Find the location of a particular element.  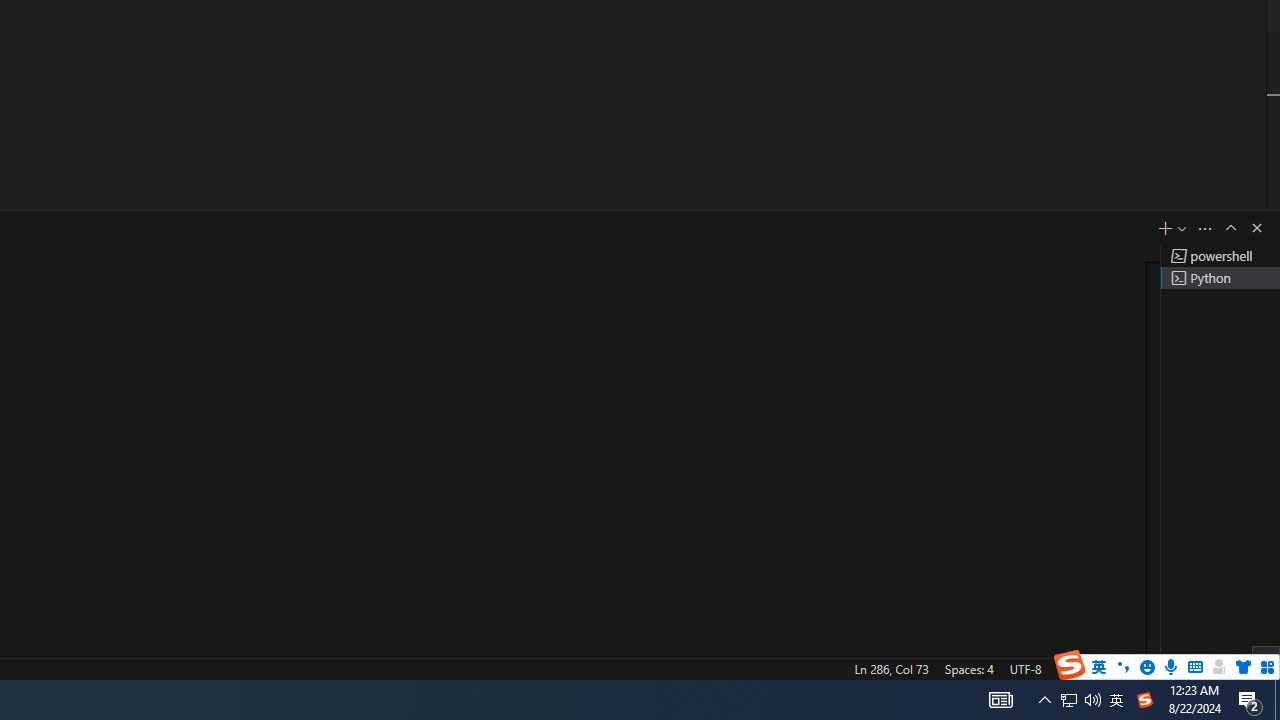

'Terminal 5 Python' is located at coordinates (1219, 277).